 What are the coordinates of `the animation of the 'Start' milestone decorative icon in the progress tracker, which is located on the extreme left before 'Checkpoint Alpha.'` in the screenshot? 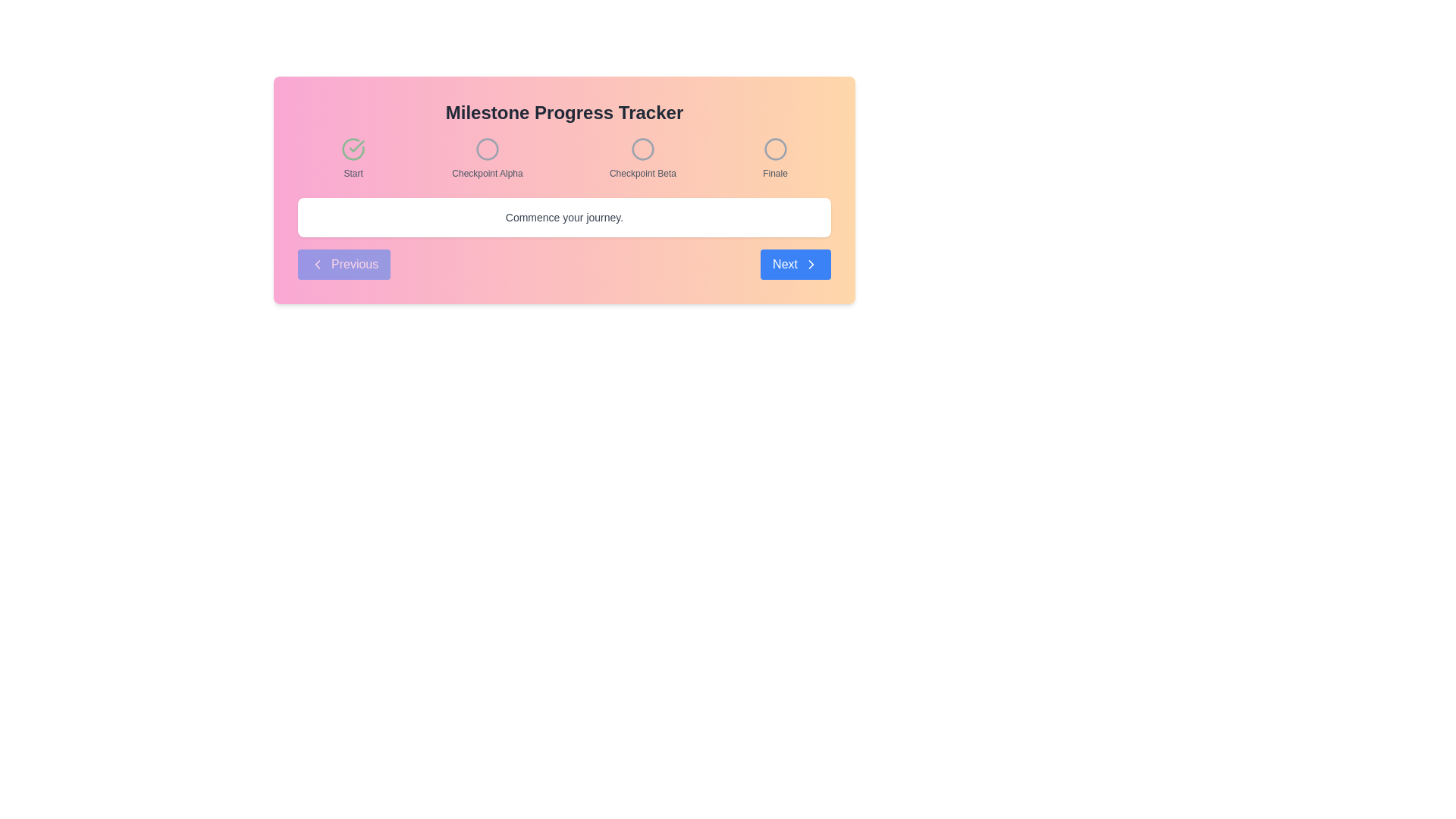 It's located at (353, 158).